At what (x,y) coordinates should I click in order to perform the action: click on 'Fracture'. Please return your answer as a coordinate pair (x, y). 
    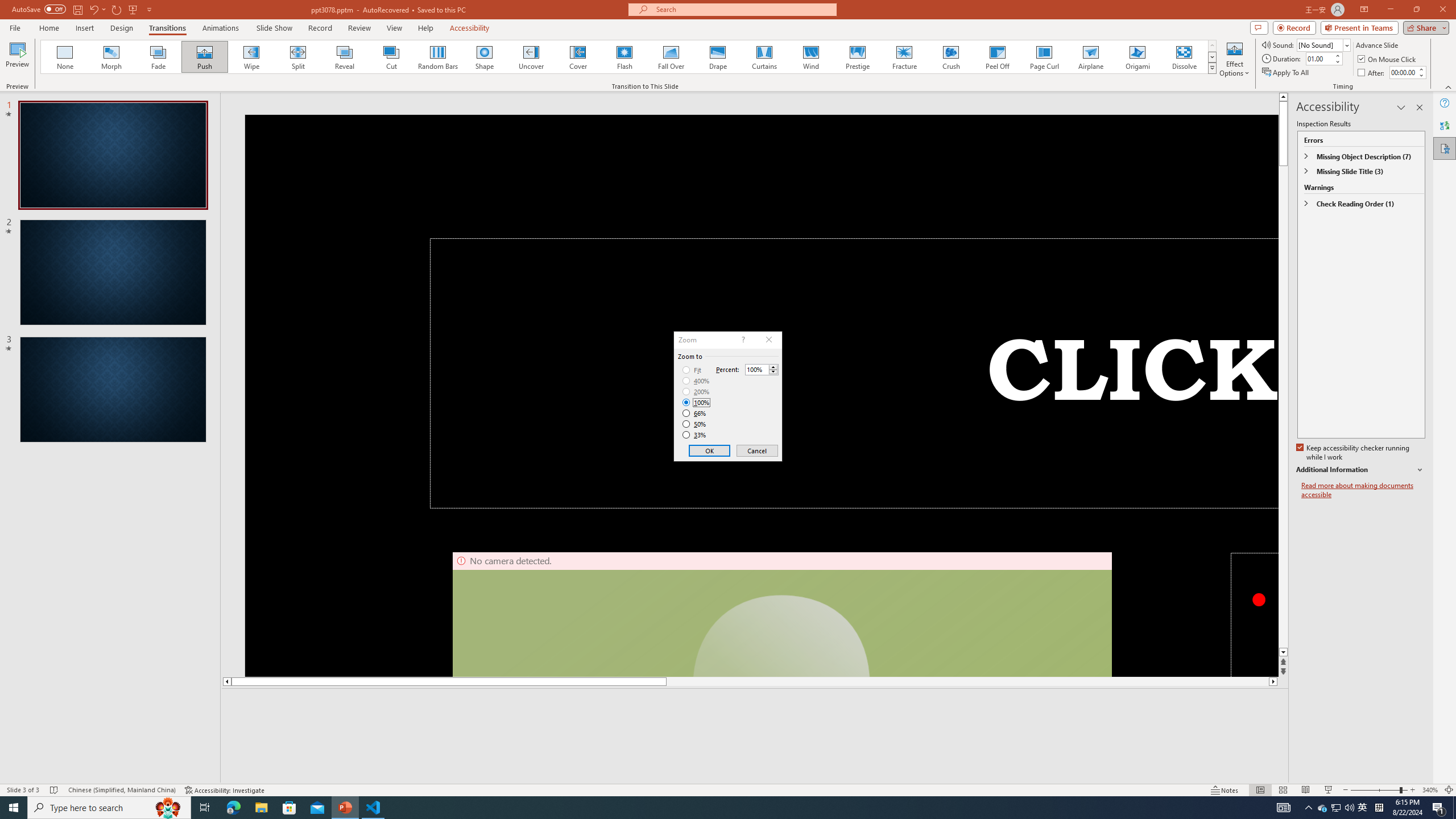
    Looking at the image, I should click on (904, 56).